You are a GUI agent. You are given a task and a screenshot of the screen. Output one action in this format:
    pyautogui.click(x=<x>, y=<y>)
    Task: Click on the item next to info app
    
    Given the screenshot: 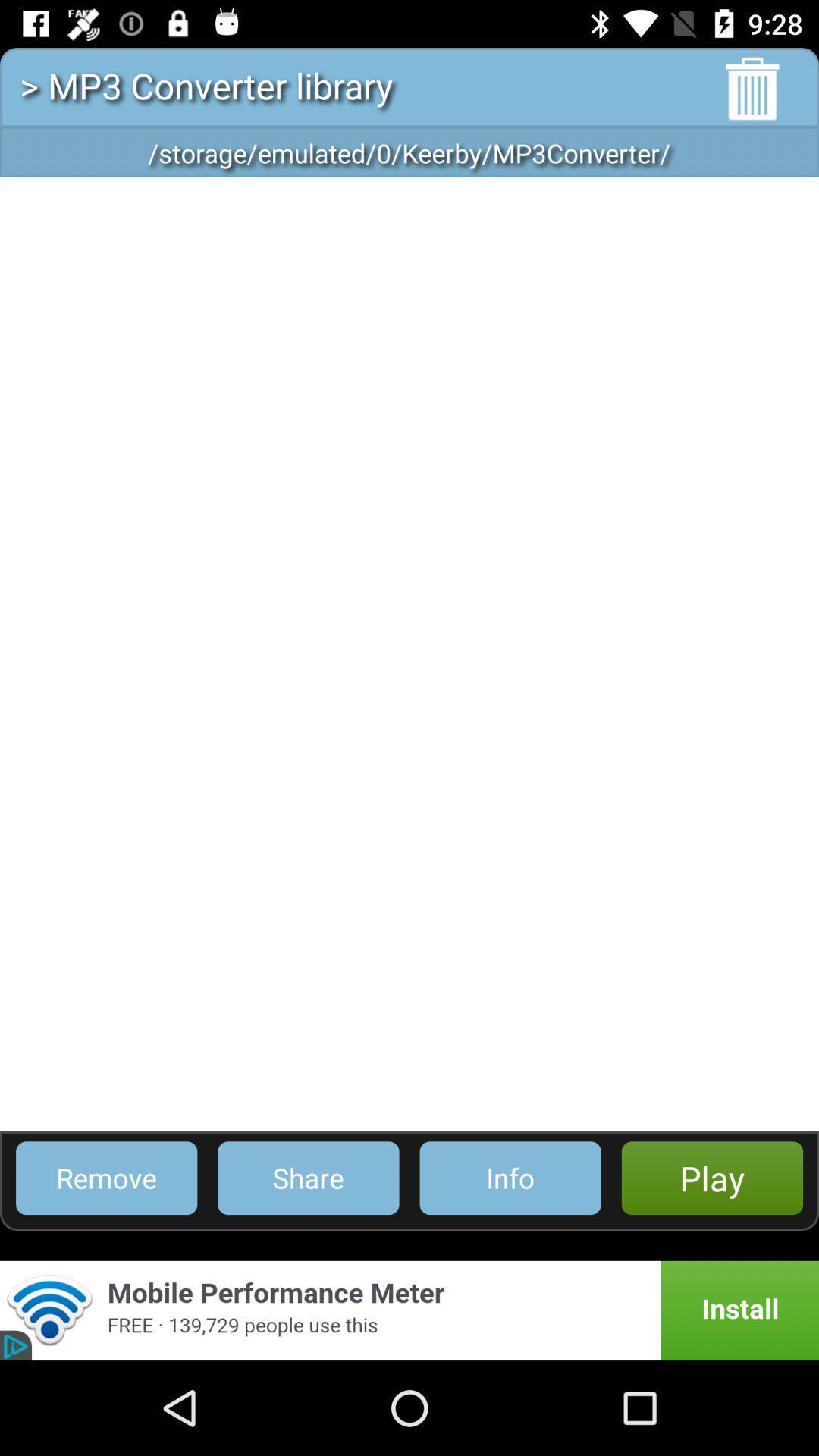 What is the action you would take?
    pyautogui.click(x=307, y=1177)
    